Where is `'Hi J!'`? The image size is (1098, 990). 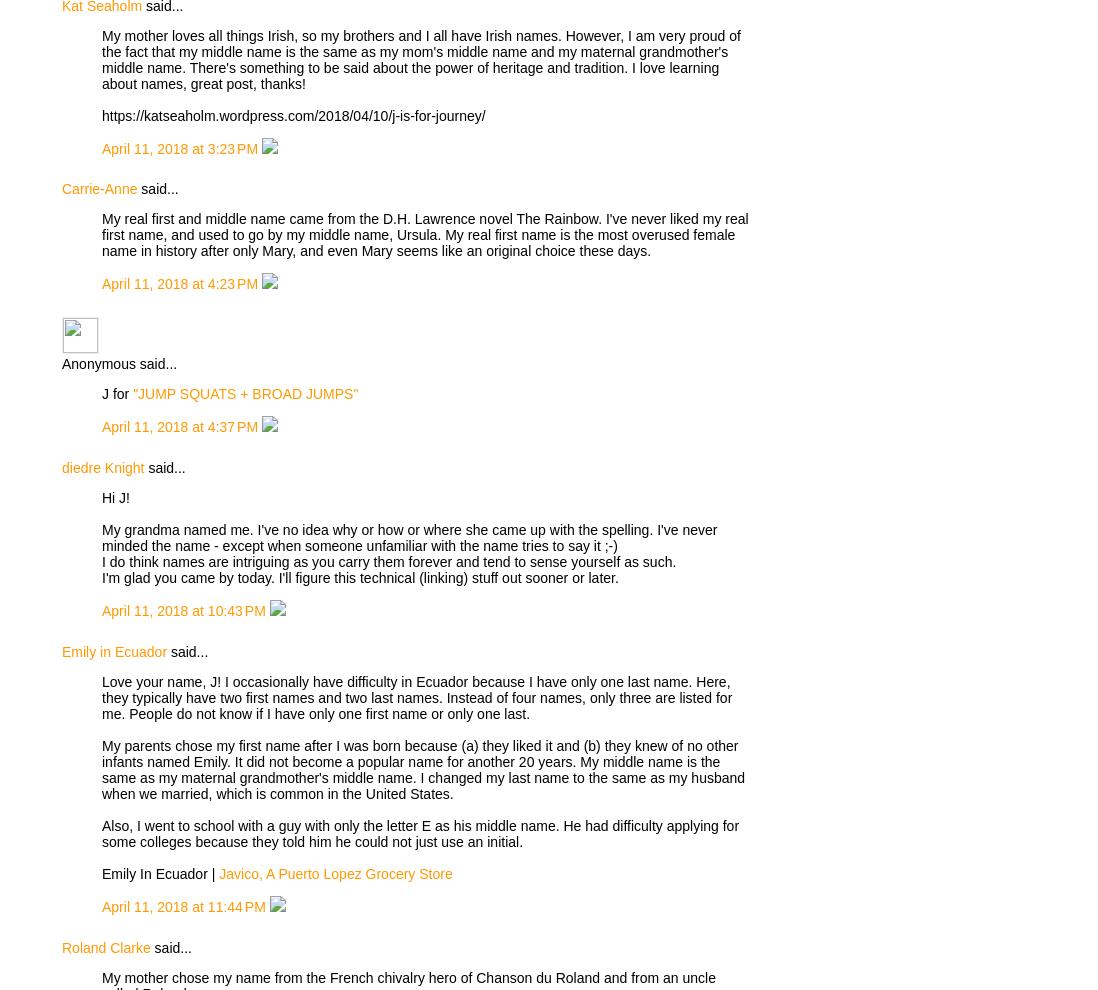
'Hi J!' is located at coordinates (115, 496).